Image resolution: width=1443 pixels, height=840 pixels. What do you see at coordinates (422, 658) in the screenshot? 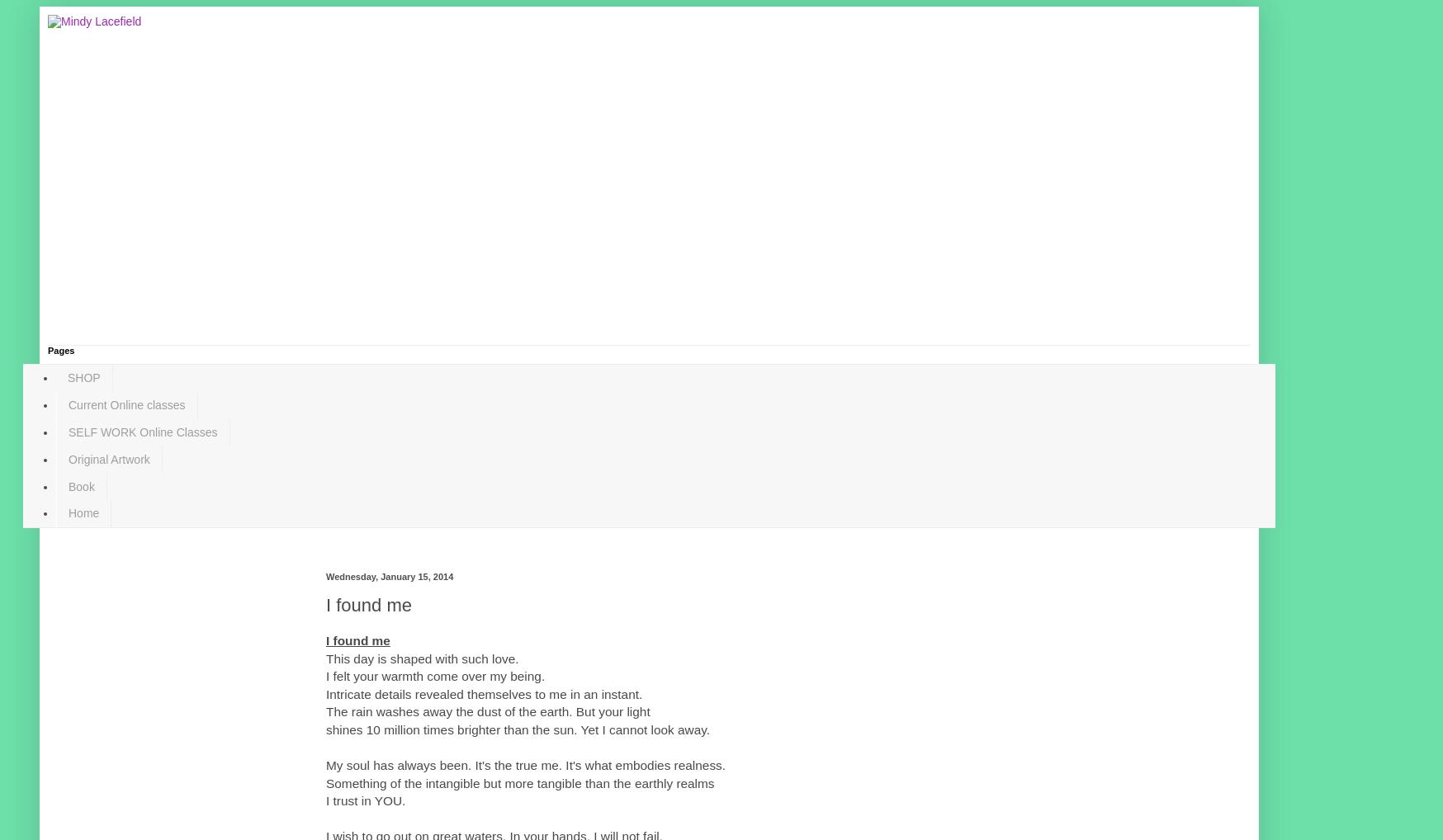
I see `'This day is shaped with such love.'` at bounding box center [422, 658].